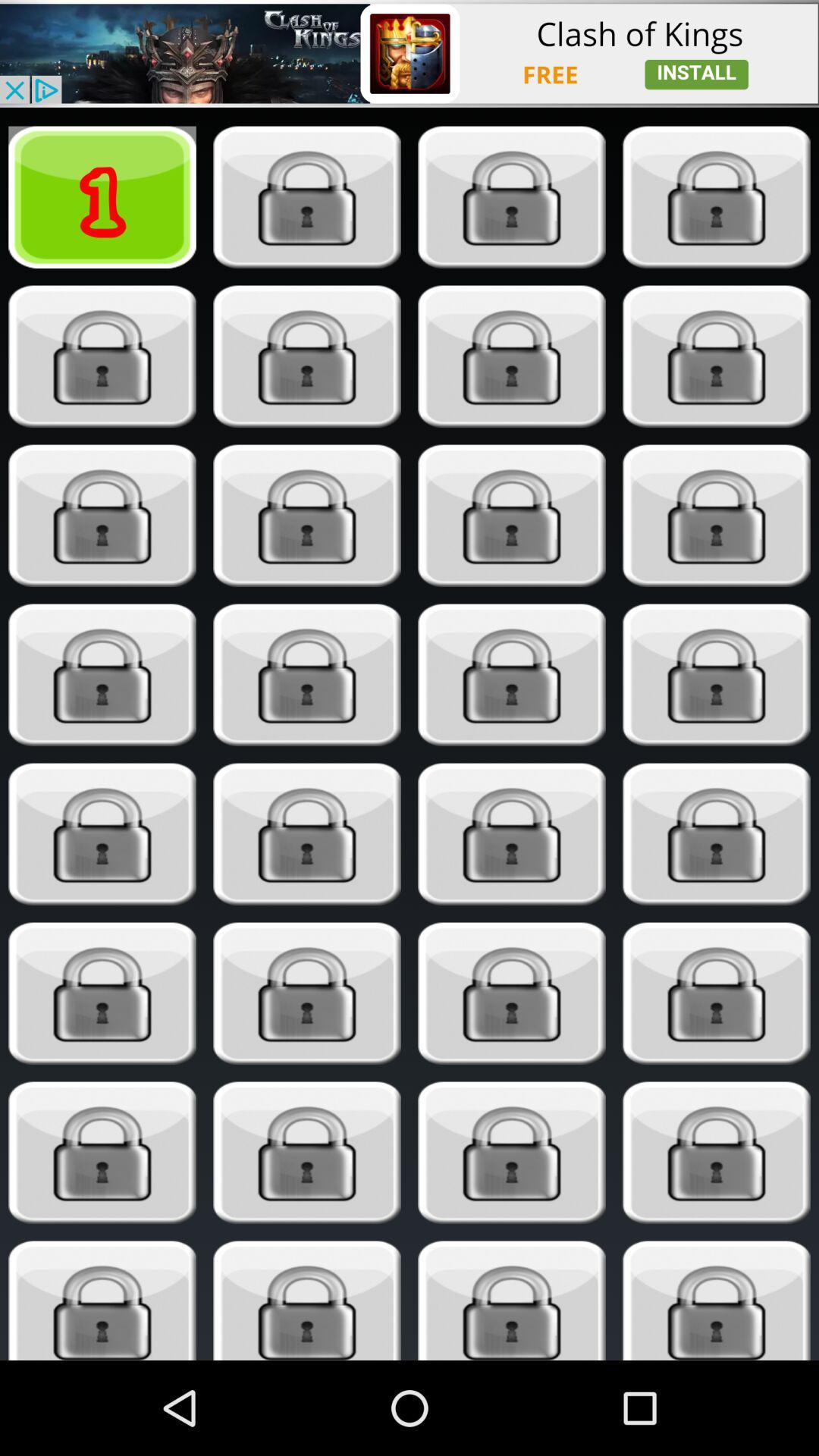 The image size is (819, 1456). What do you see at coordinates (307, 993) in the screenshot?
I see `select` at bounding box center [307, 993].